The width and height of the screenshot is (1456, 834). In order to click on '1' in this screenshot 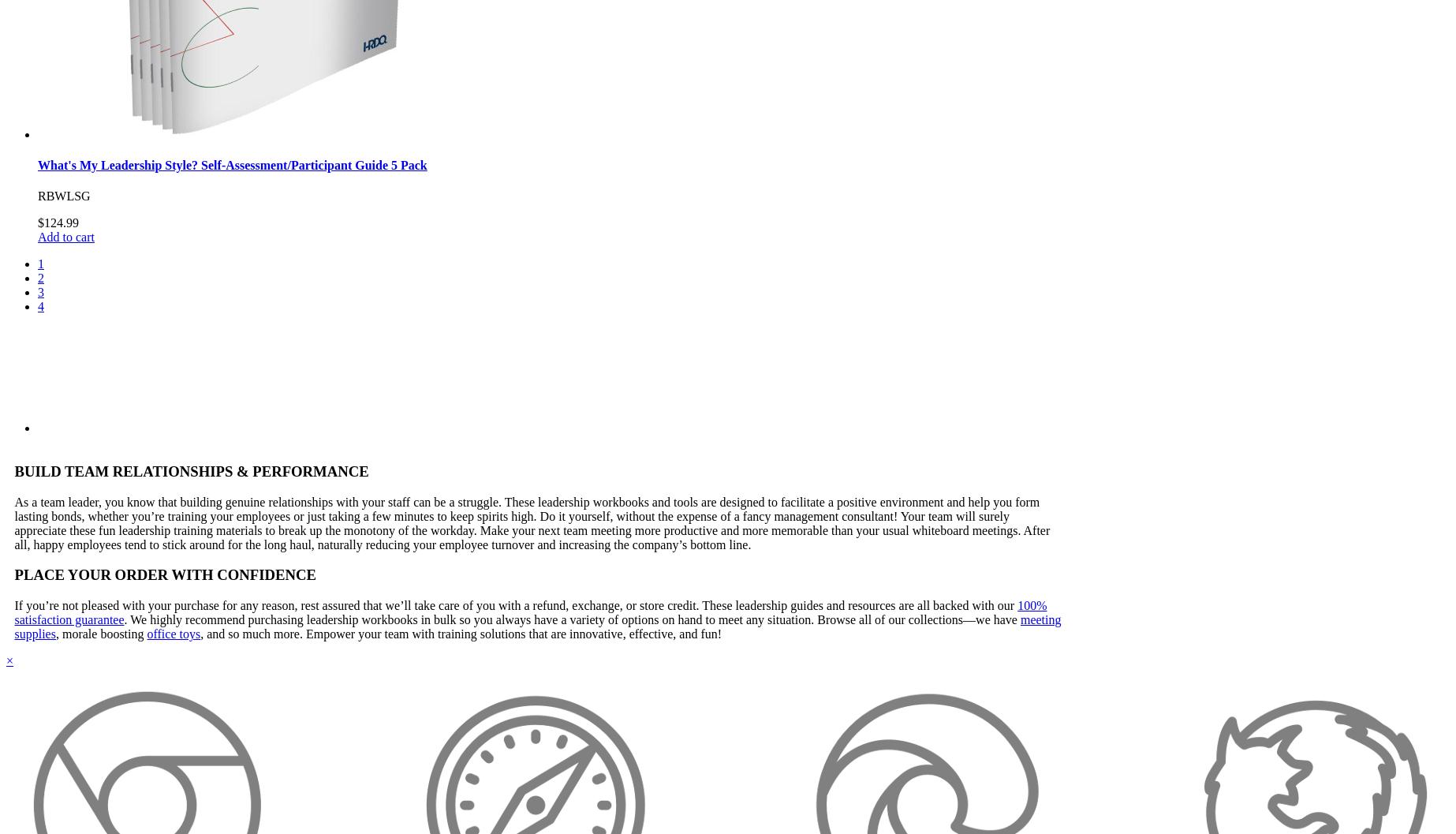, I will do `click(41, 264)`.